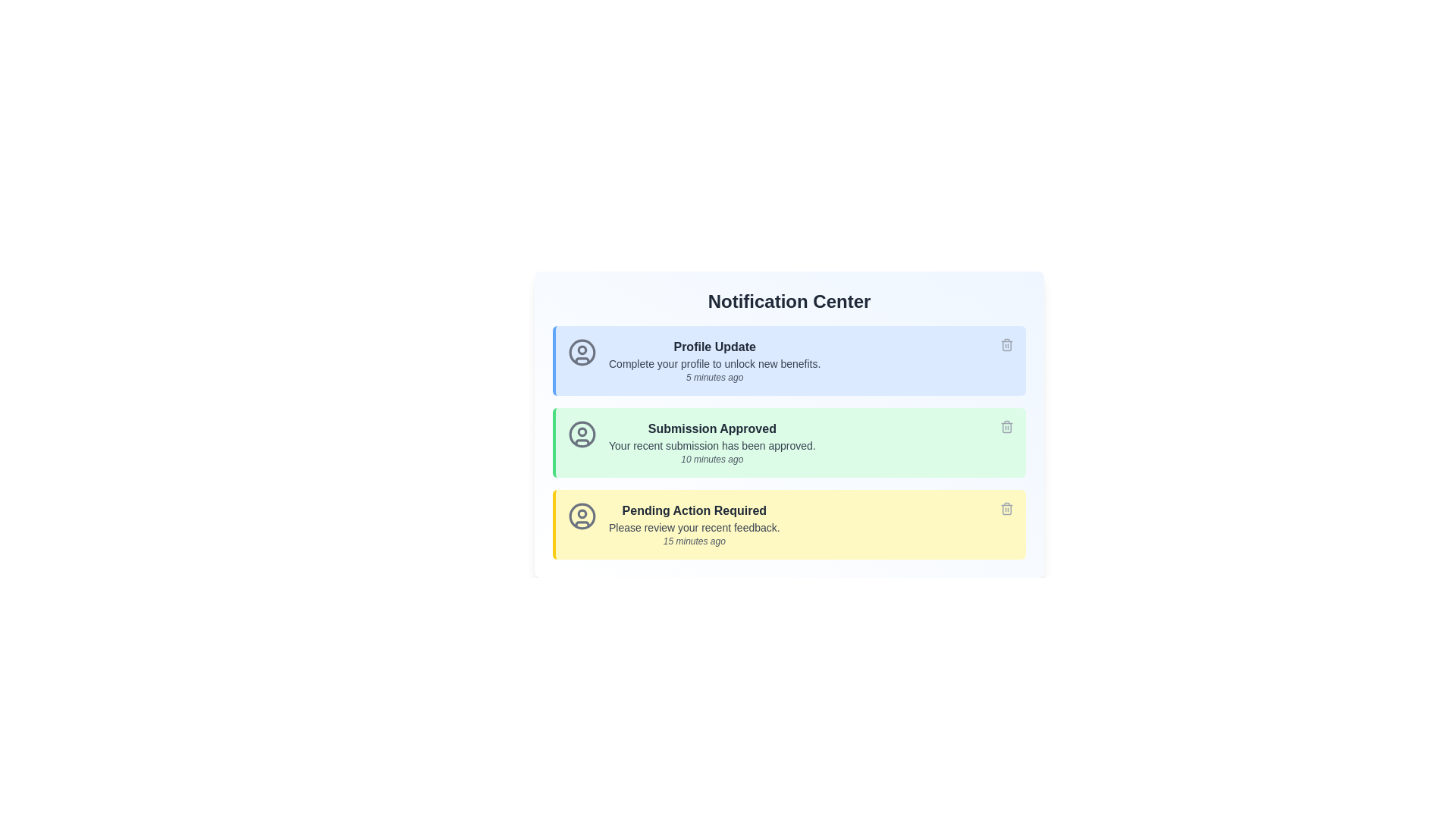  Describe the element at coordinates (1007, 509) in the screenshot. I see `the trash can icon located at the end of the 'Pending Action Required' notification card` at that location.